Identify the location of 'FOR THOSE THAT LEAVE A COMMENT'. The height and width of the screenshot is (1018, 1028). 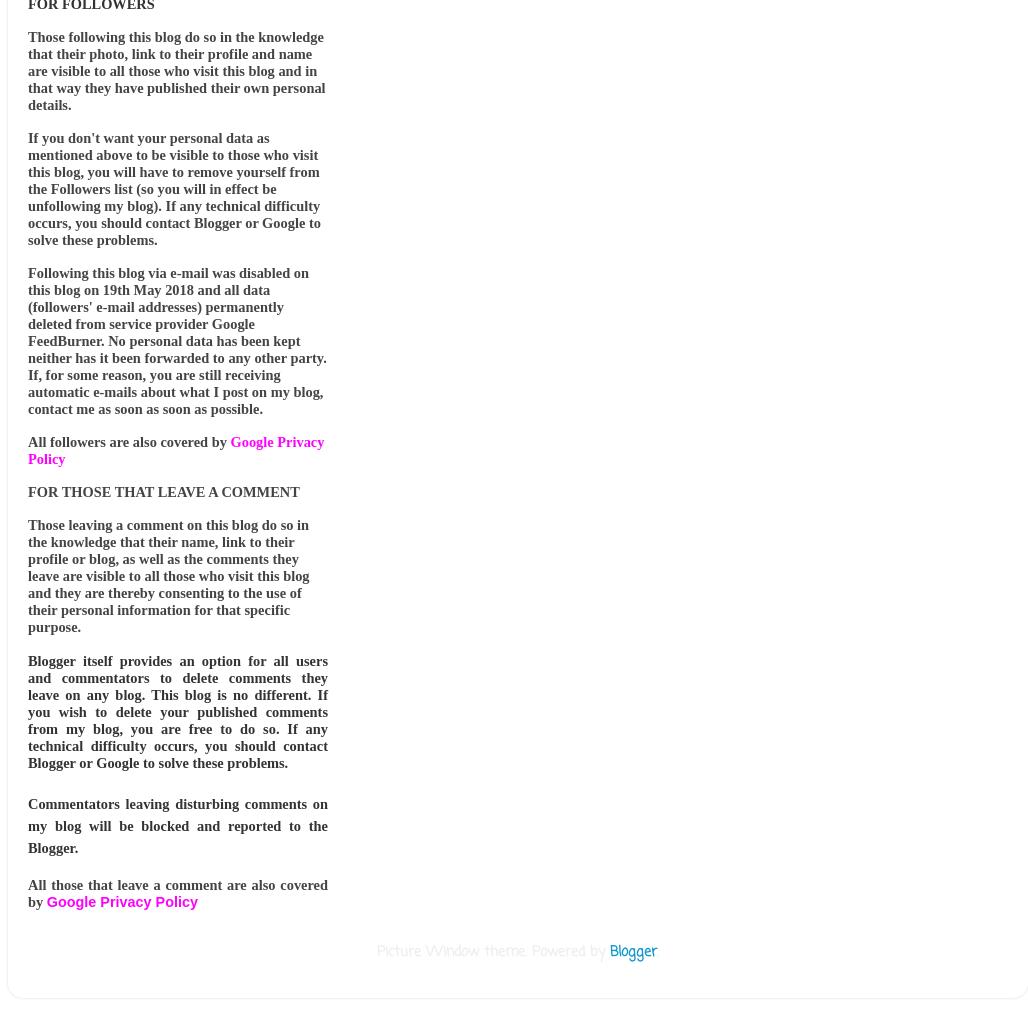
(163, 491).